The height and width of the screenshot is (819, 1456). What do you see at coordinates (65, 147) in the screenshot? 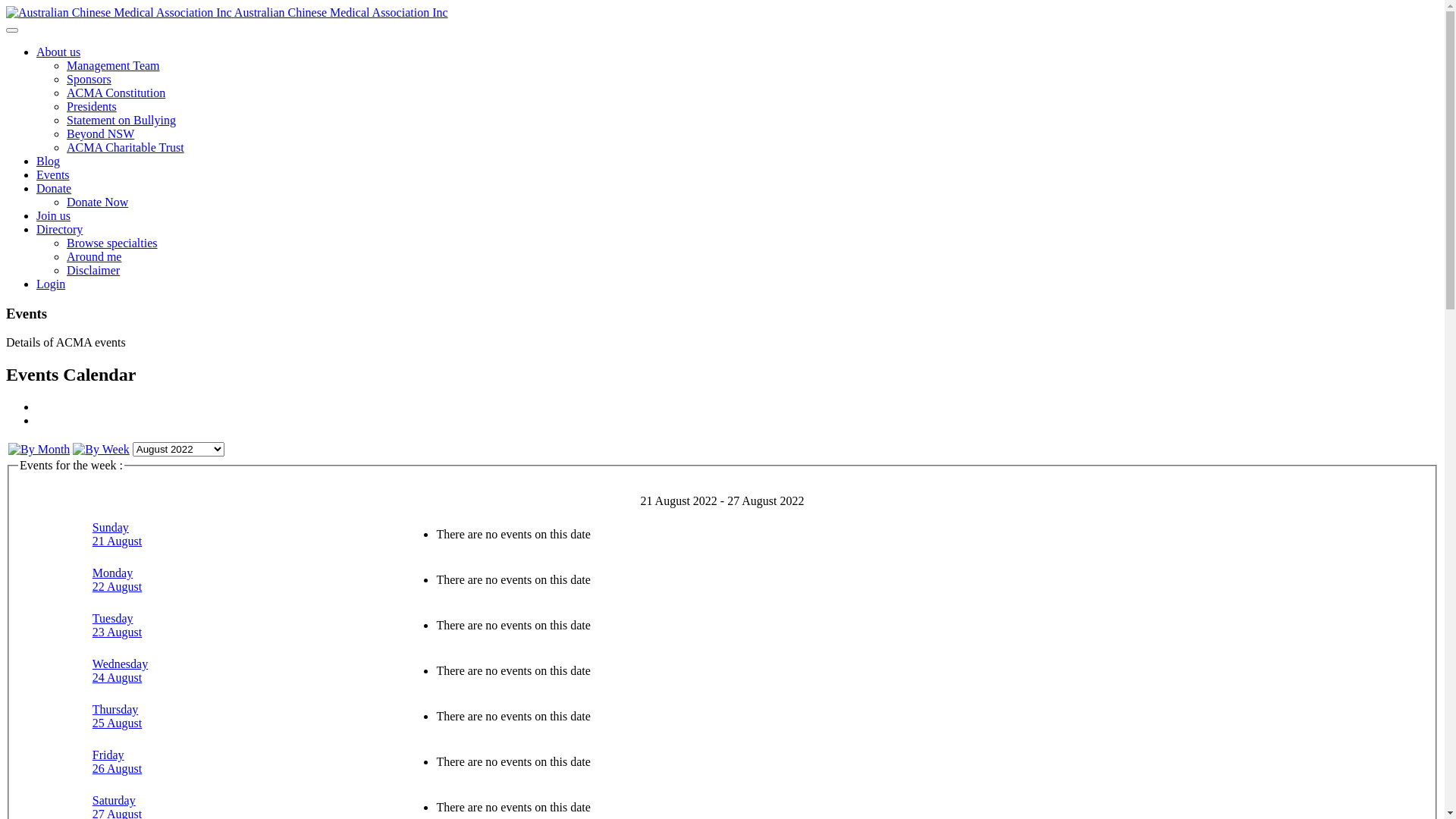
I see `'ACMA Charitable Trust'` at bounding box center [65, 147].